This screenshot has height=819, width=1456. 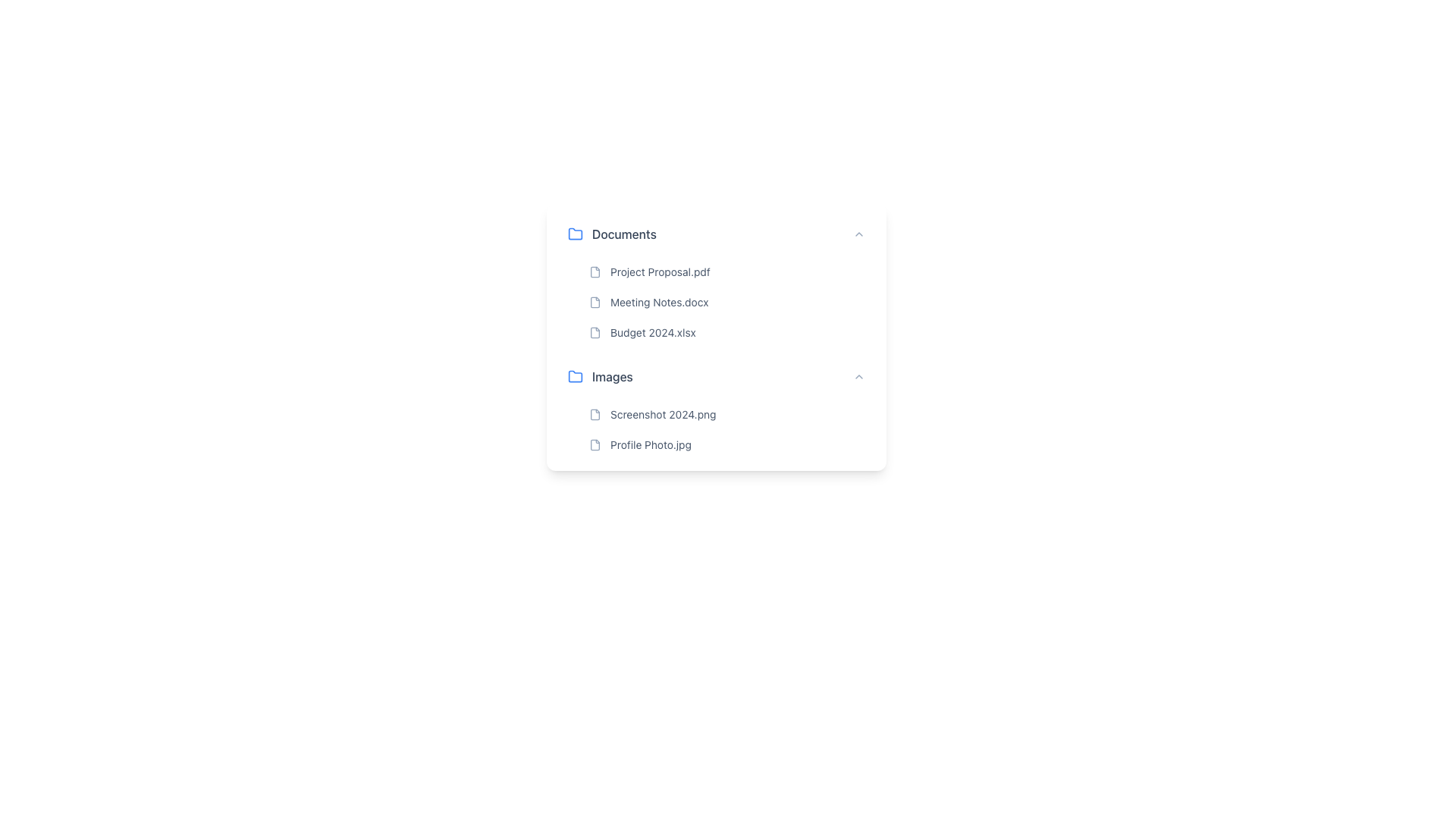 I want to click on the SVG Circle element that serves as the frame of the clock icon located near the filename 'Meeting Notes.docx' in the 'Documents' section, so click(x=825, y=271).